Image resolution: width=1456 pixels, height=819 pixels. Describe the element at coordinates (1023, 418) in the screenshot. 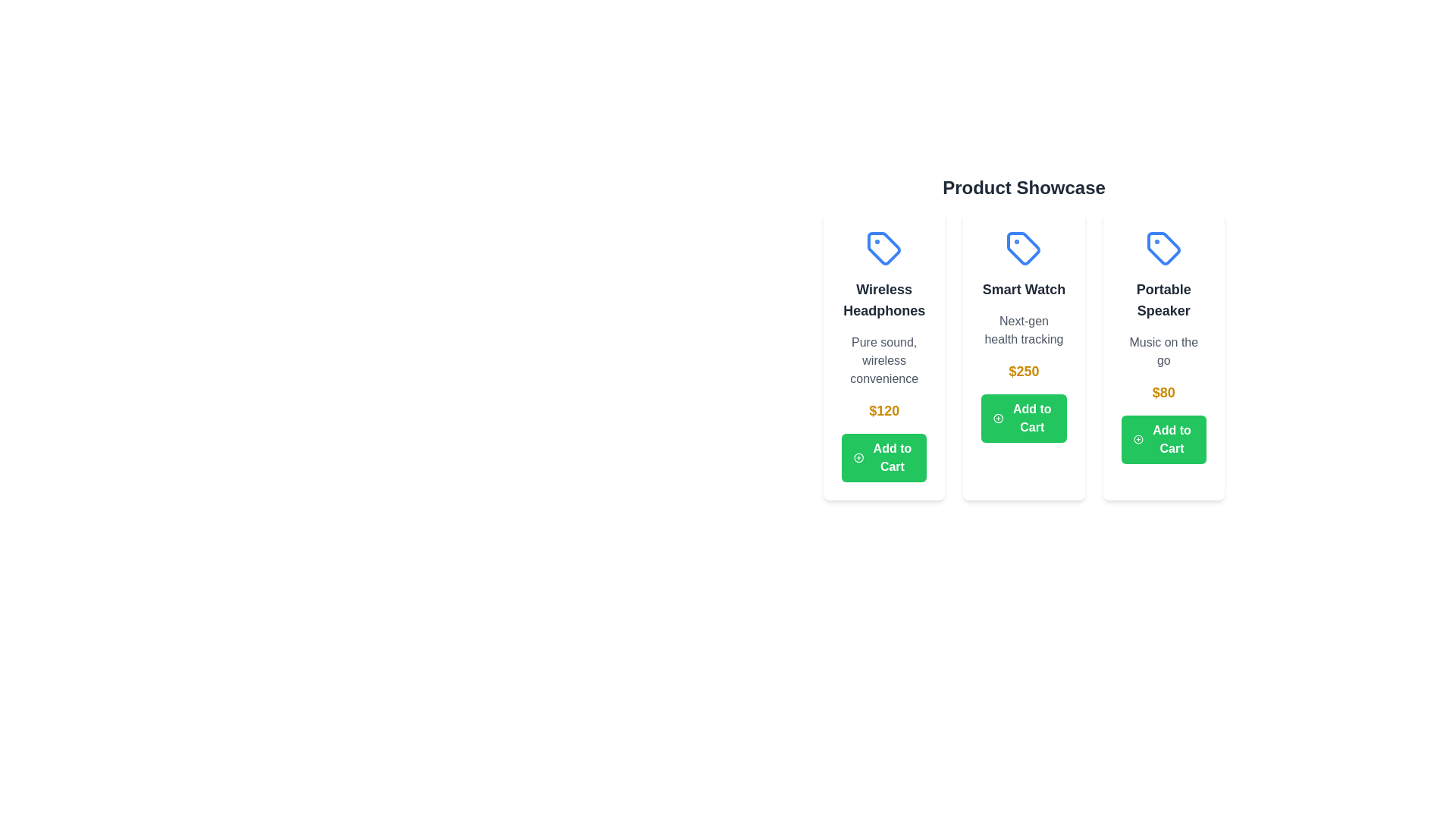

I see `'Add to Cart' button for the product identified by Smart Watch` at that location.